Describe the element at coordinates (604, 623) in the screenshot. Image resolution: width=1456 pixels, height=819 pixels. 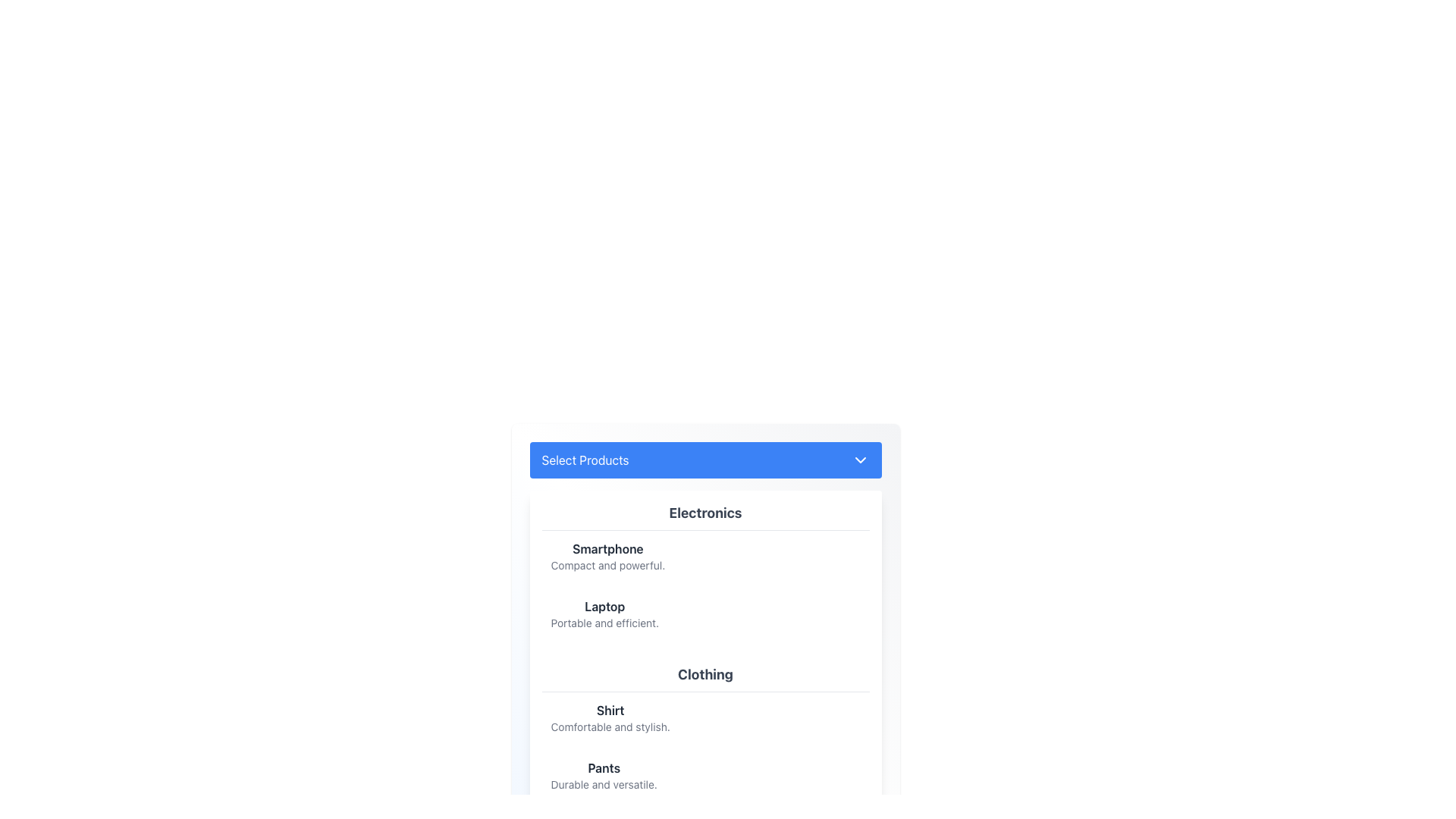
I see `text snippet styled in a small gray font displaying 'Portable and efficient.' which is located below the bold title 'Laptop' in the Electronics section` at that location.